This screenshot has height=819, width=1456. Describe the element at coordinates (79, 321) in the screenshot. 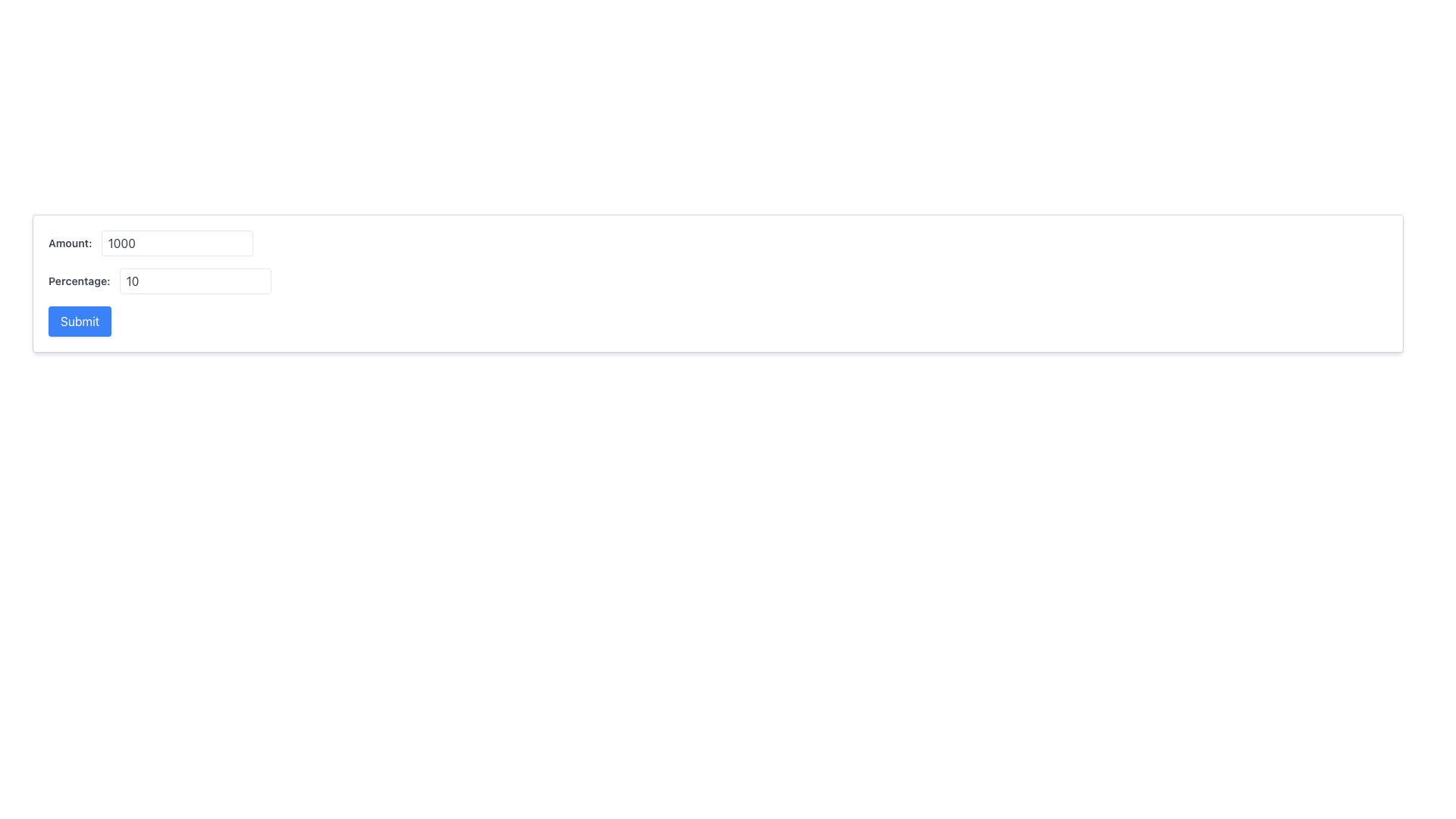

I see `the 'Submit' button located at the bottom left of the interface, which has a blue background and white text` at that location.